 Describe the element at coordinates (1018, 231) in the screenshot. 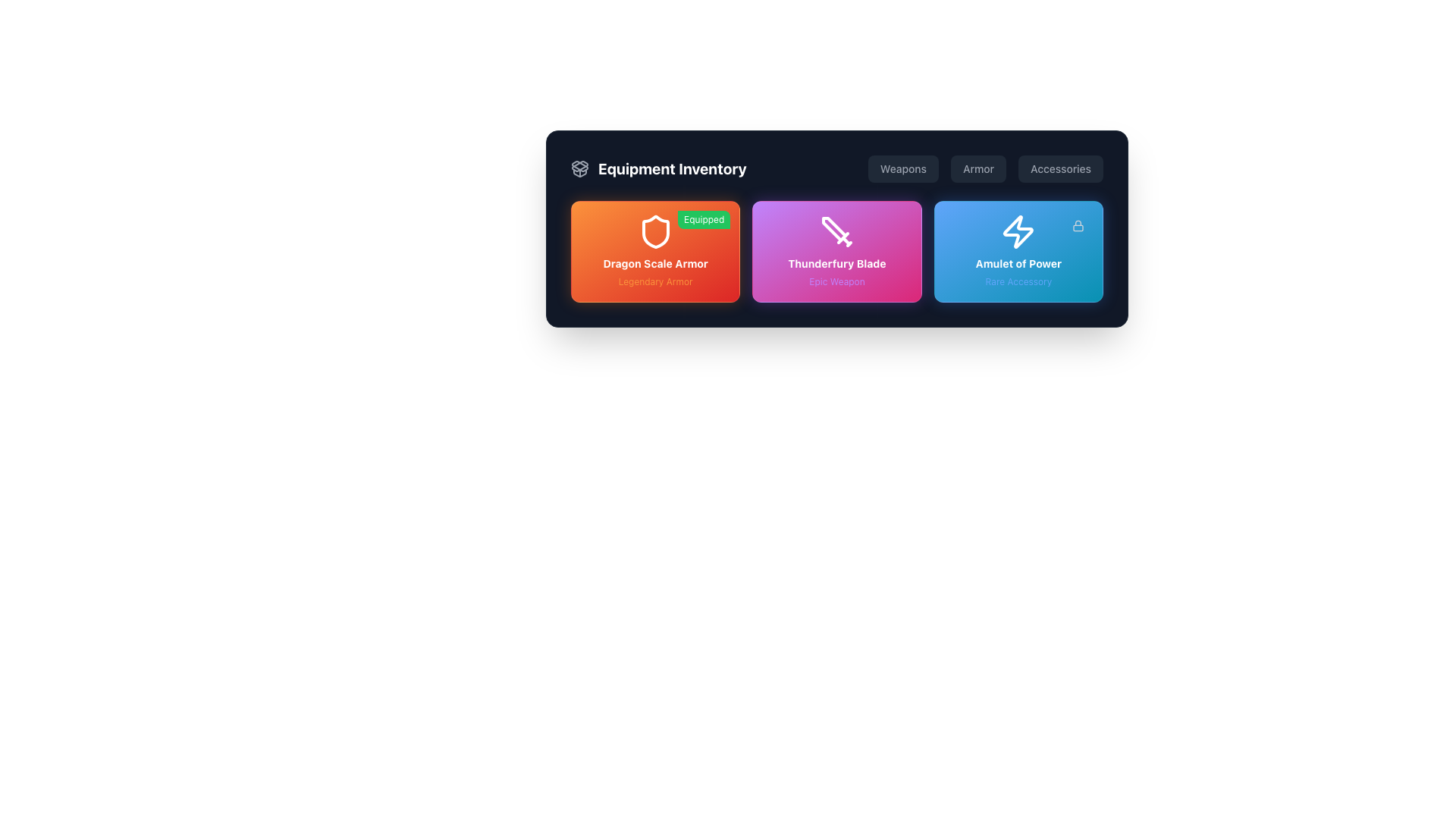

I see `the lightning bolt-shaped icon with a white outline located in the center of the blue rectangular card labeled 'Amulet of Power'` at that location.